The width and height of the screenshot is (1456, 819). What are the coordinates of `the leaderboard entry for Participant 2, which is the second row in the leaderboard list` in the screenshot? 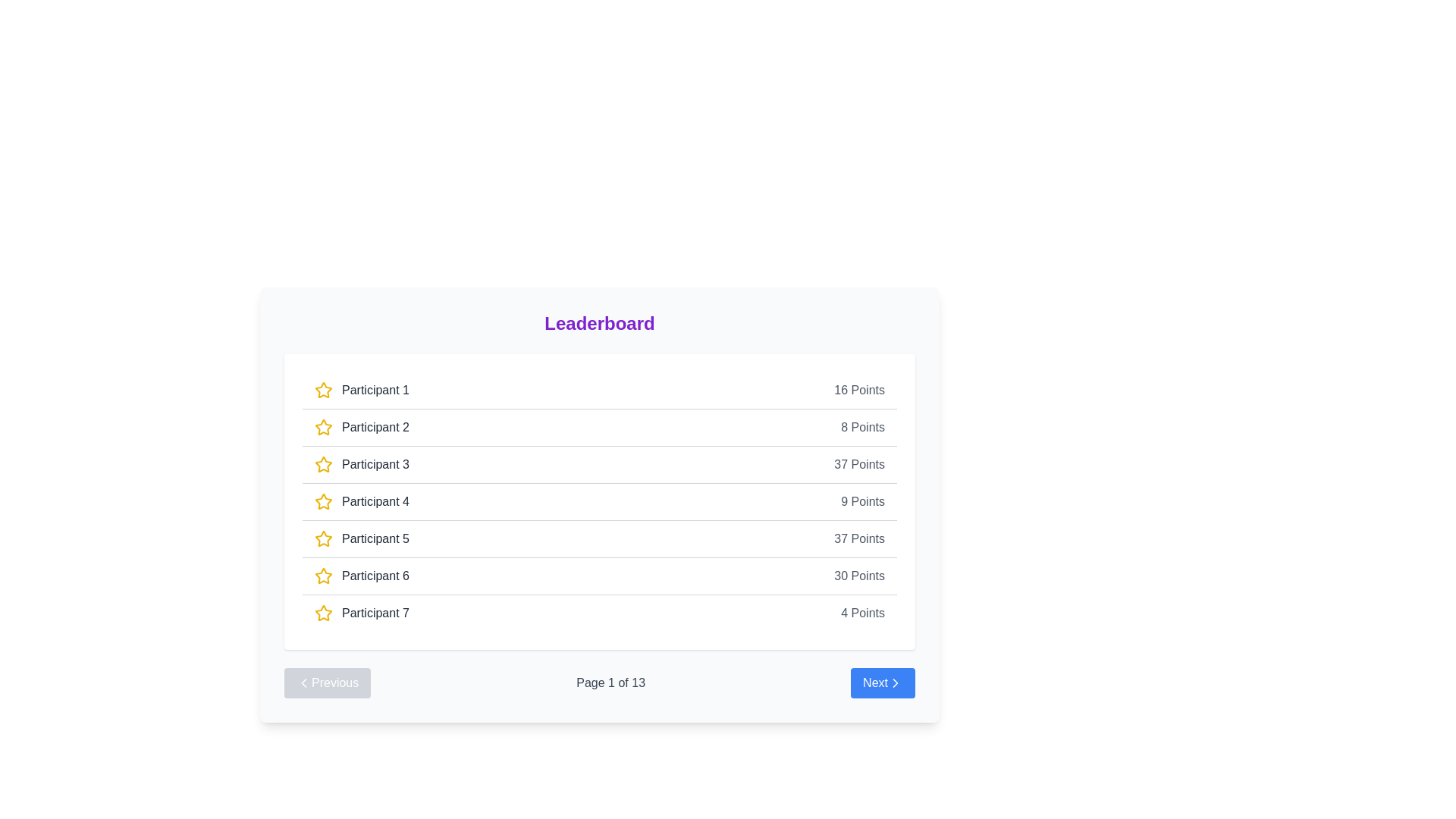 It's located at (599, 427).